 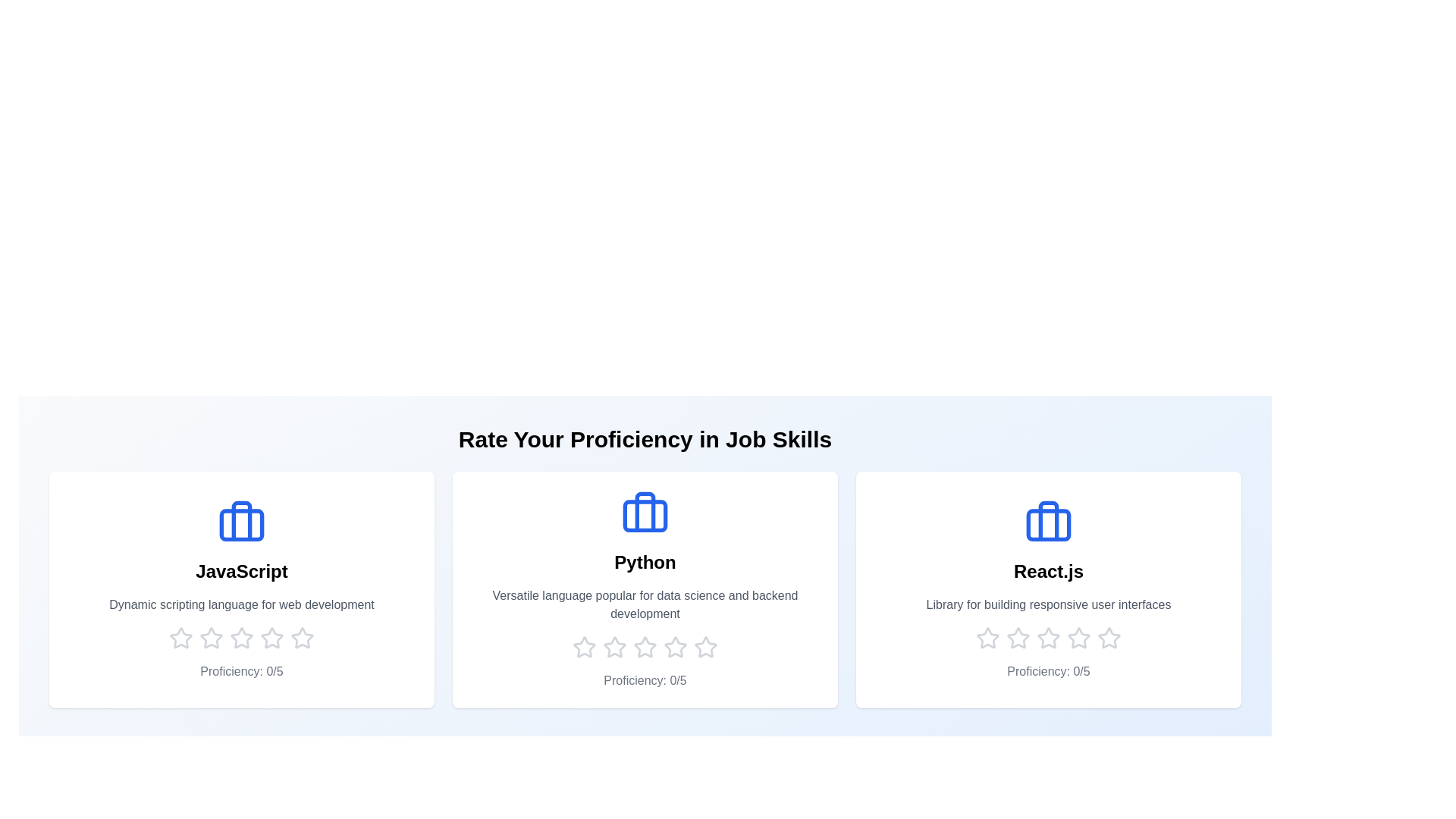 I want to click on the description text of the skill to read its details, so click(x=240, y=604).